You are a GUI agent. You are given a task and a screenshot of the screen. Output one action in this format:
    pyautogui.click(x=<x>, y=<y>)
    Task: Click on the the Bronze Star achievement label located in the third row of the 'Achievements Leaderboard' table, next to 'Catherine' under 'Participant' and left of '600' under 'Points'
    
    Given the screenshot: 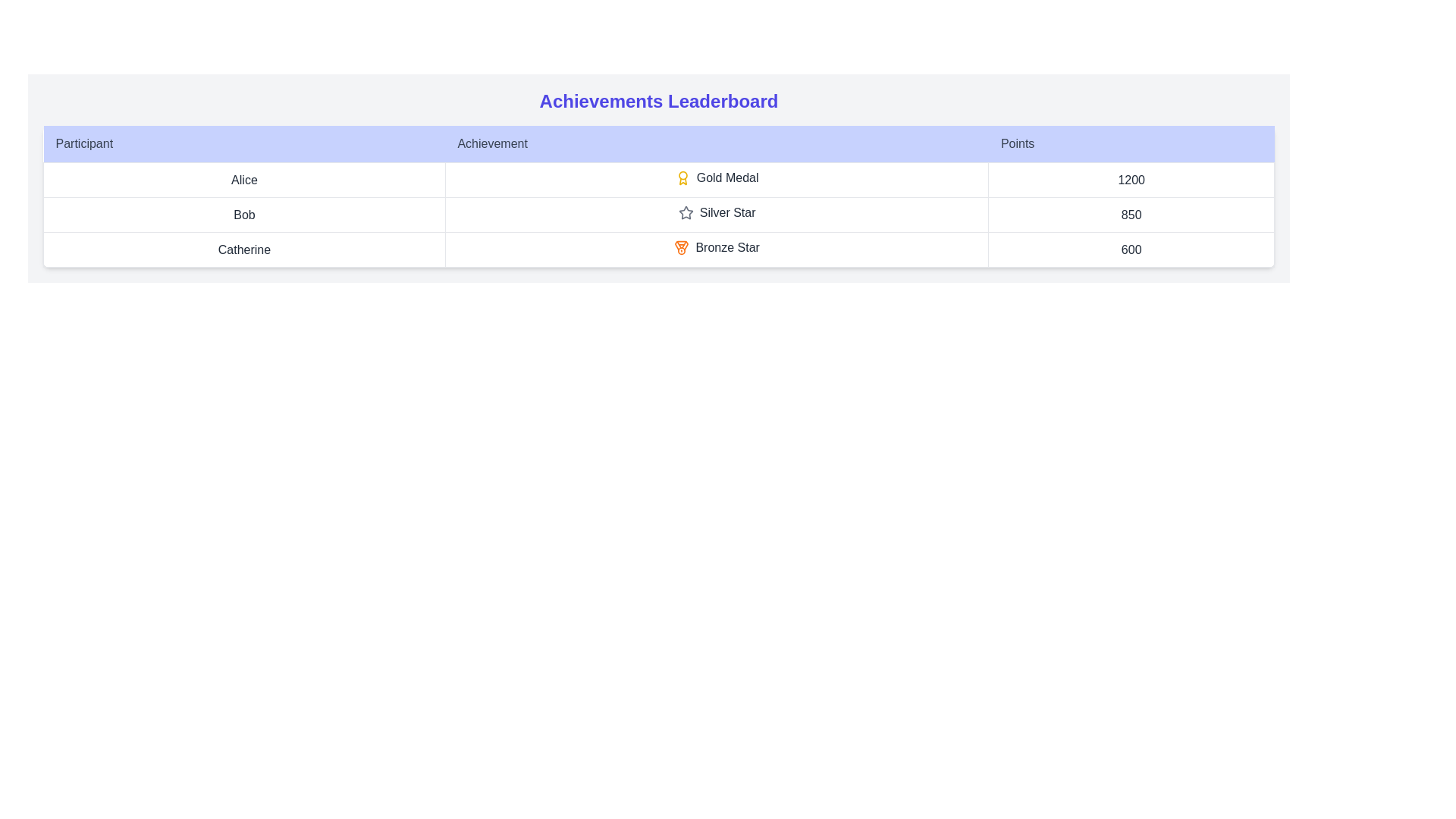 What is the action you would take?
    pyautogui.click(x=716, y=247)
    